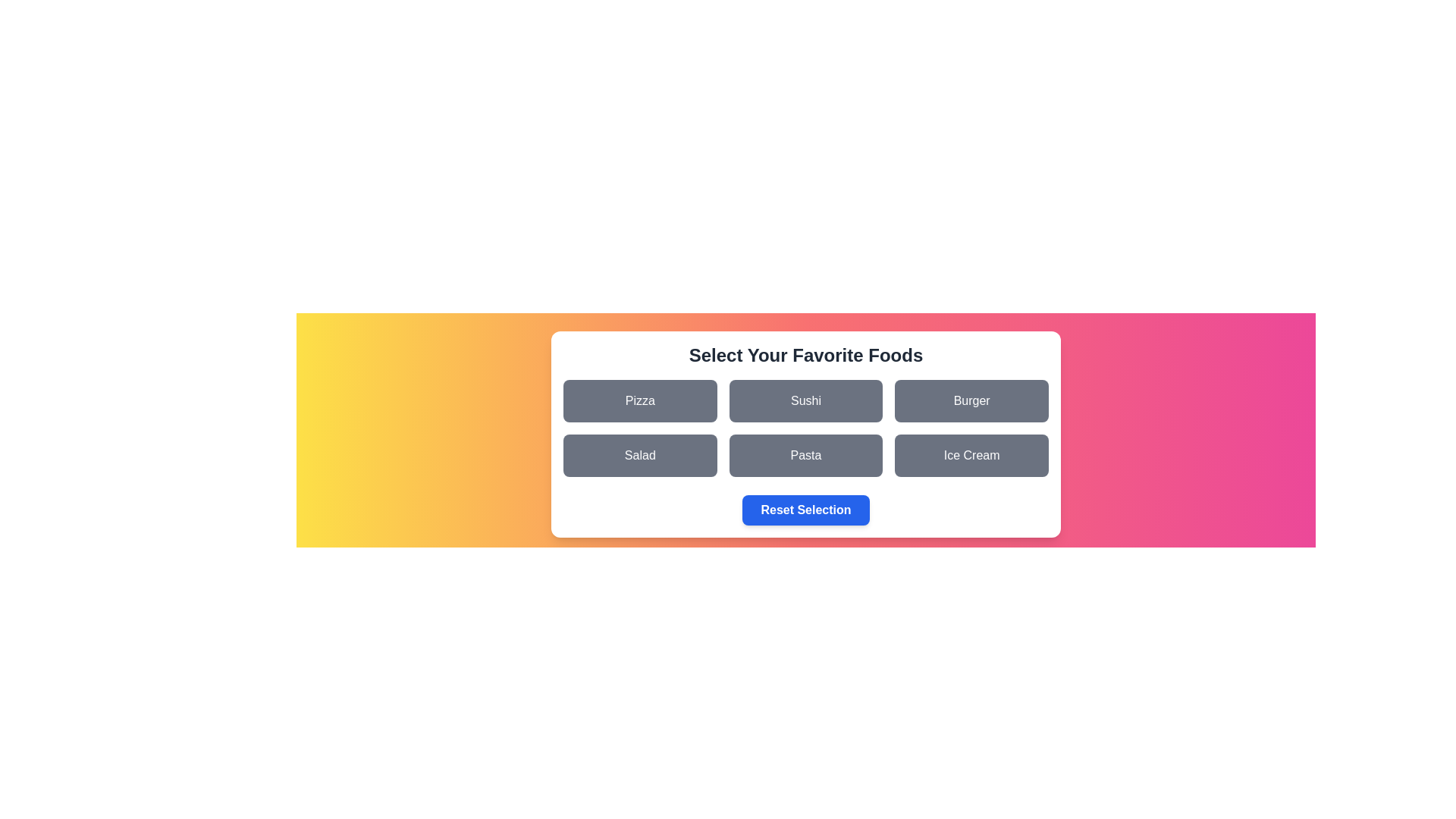 Image resolution: width=1456 pixels, height=819 pixels. Describe the element at coordinates (640, 400) in the screenshot. I see `the food item Pizza to observe the hover effect` at that location.